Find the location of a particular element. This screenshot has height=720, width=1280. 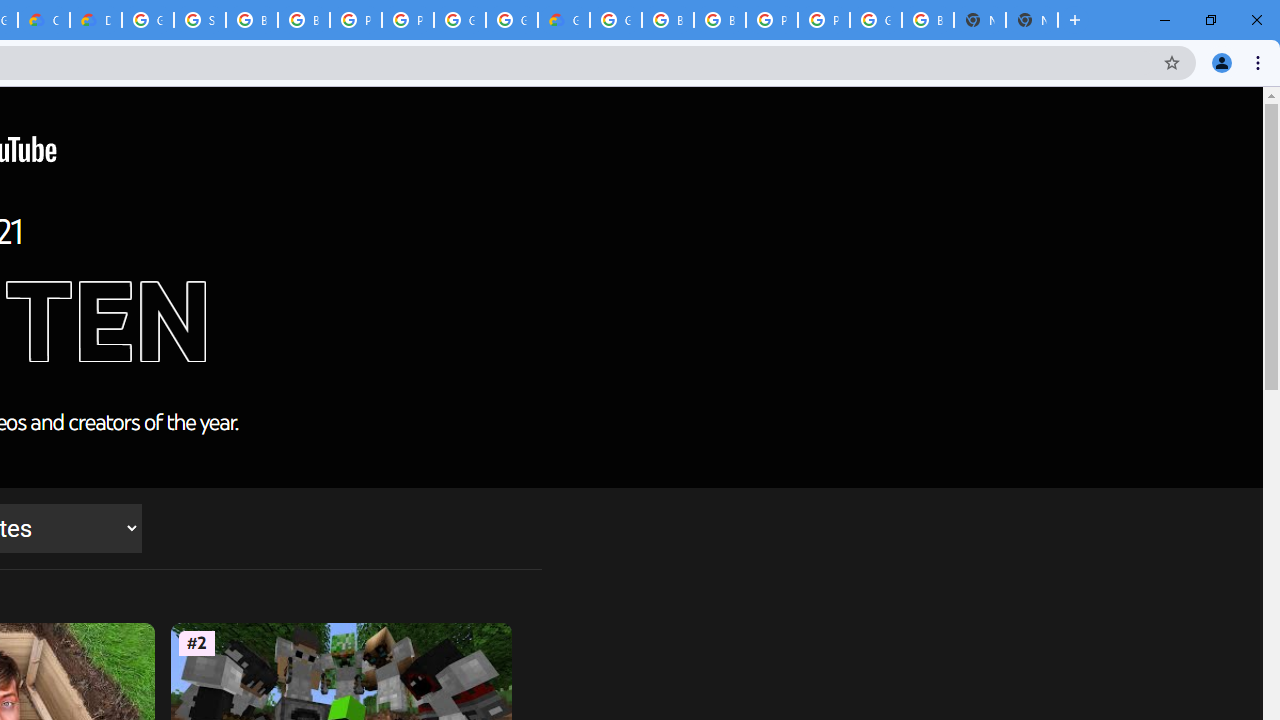

'Google Cloud Estimate Summary' is located at coordinates (562, 20).